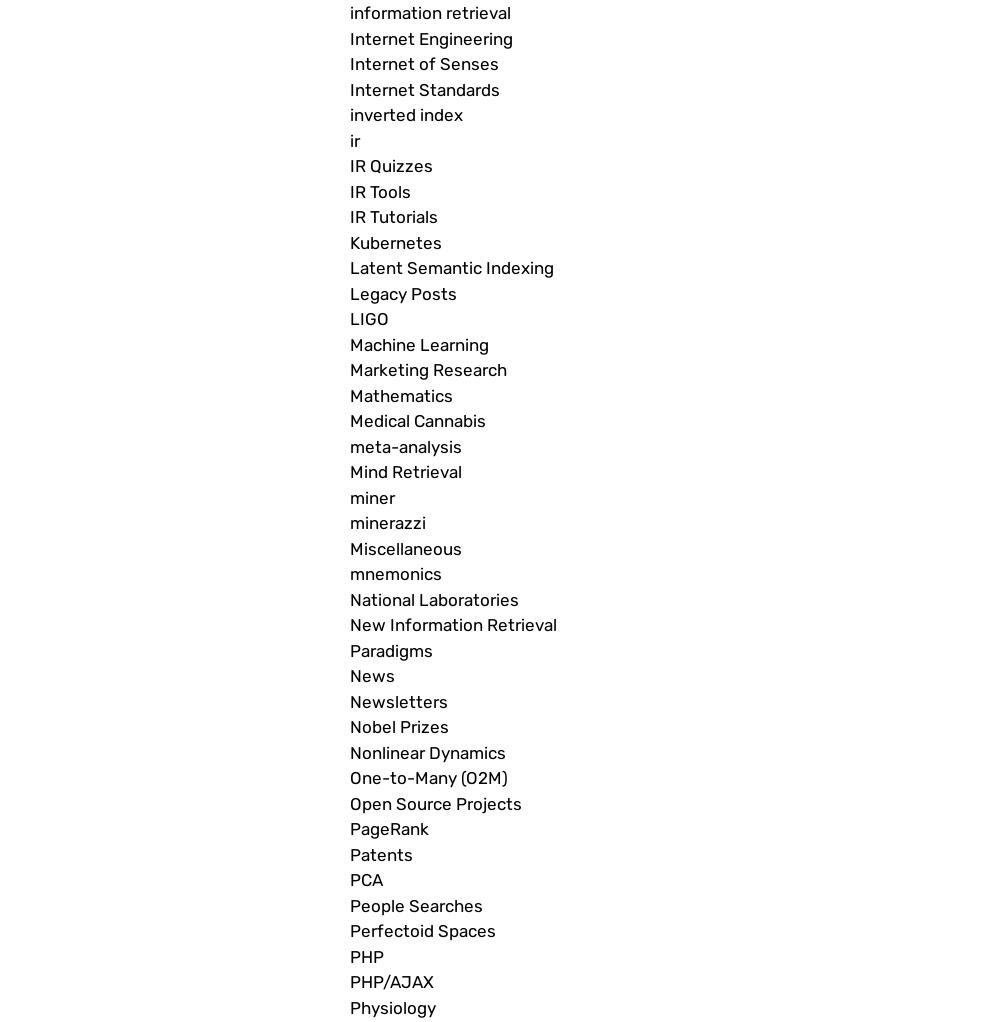 The image size is (1000, 1022). What do you see at coordinates (366, 954) in the screenshot?
I see `'PHP'` at bounding box center [366, 954].